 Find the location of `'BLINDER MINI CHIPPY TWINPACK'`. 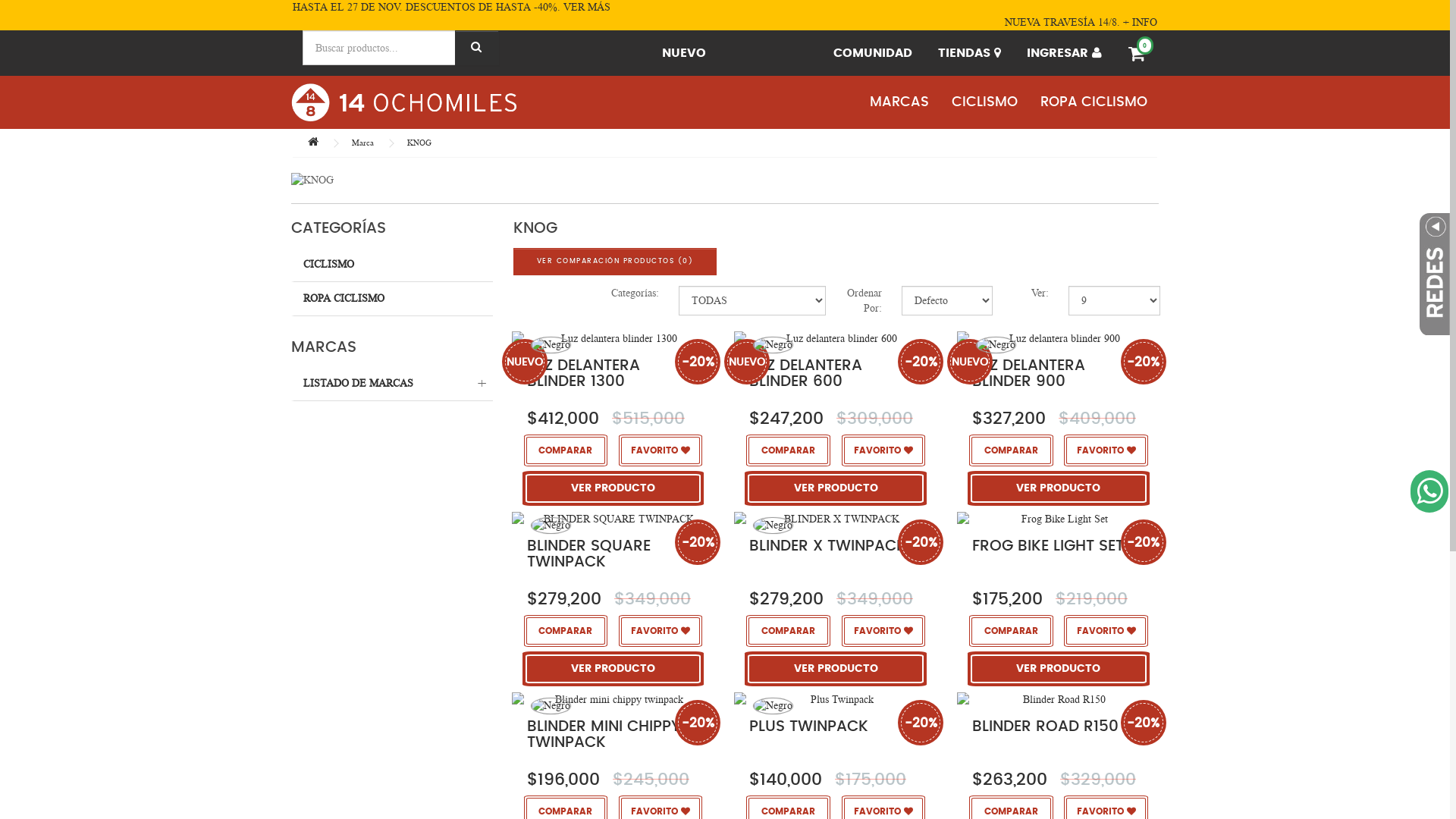

'BLINDER MINI CHIPPY TWINPACK' is located at coordinates (603, 733).